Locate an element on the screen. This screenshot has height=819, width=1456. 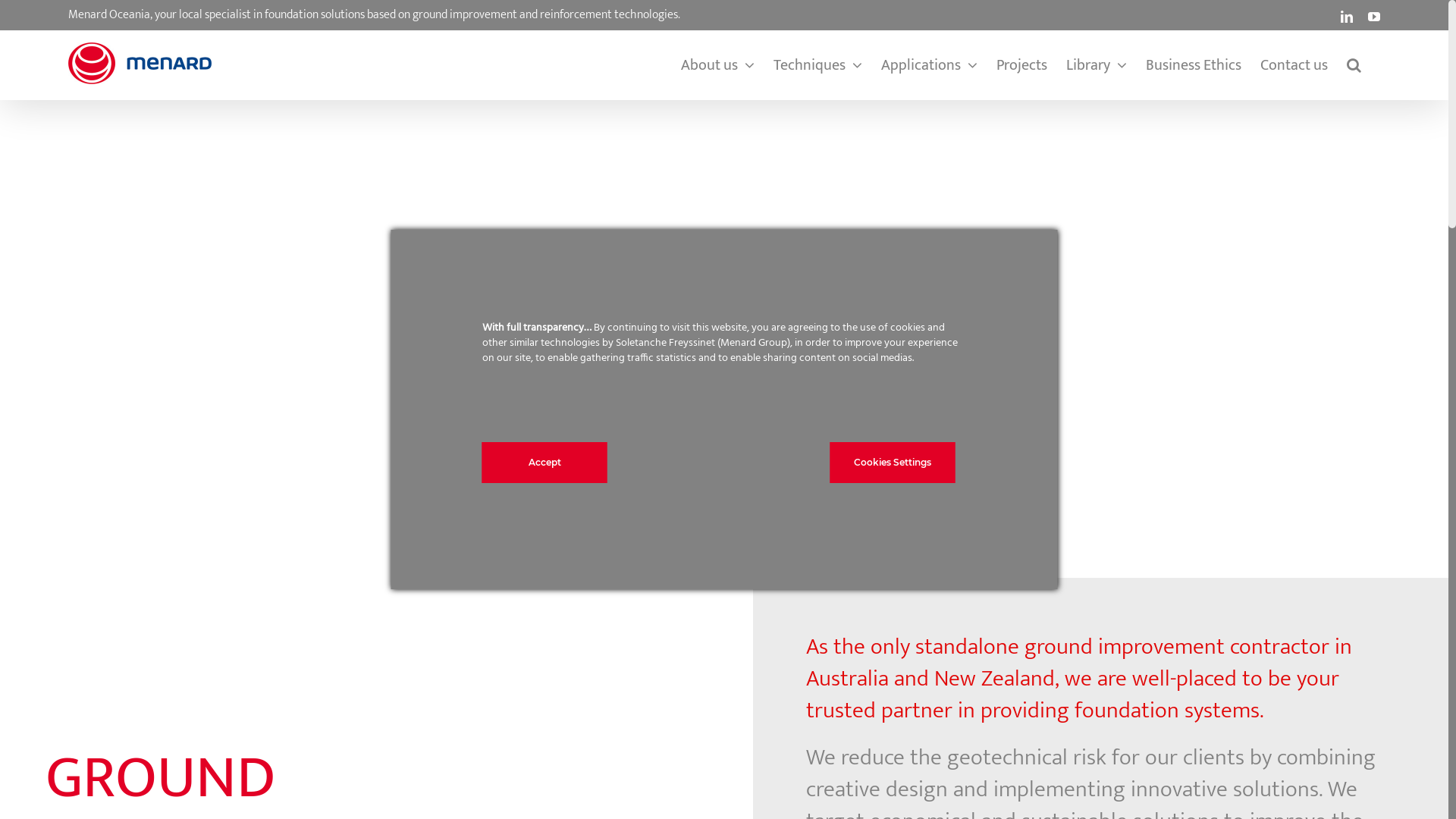
'Contact us' is located at coordinates (1293, 64).